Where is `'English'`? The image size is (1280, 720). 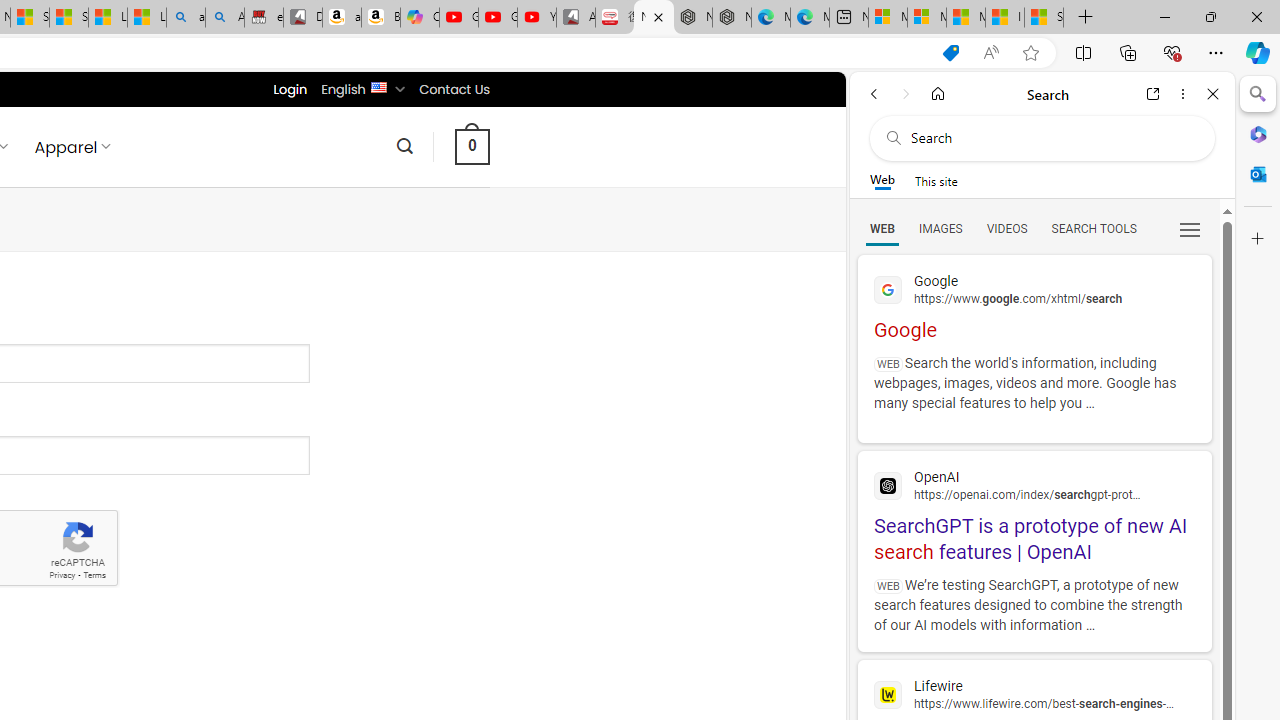
'English' is located at coordinates (378, 85).